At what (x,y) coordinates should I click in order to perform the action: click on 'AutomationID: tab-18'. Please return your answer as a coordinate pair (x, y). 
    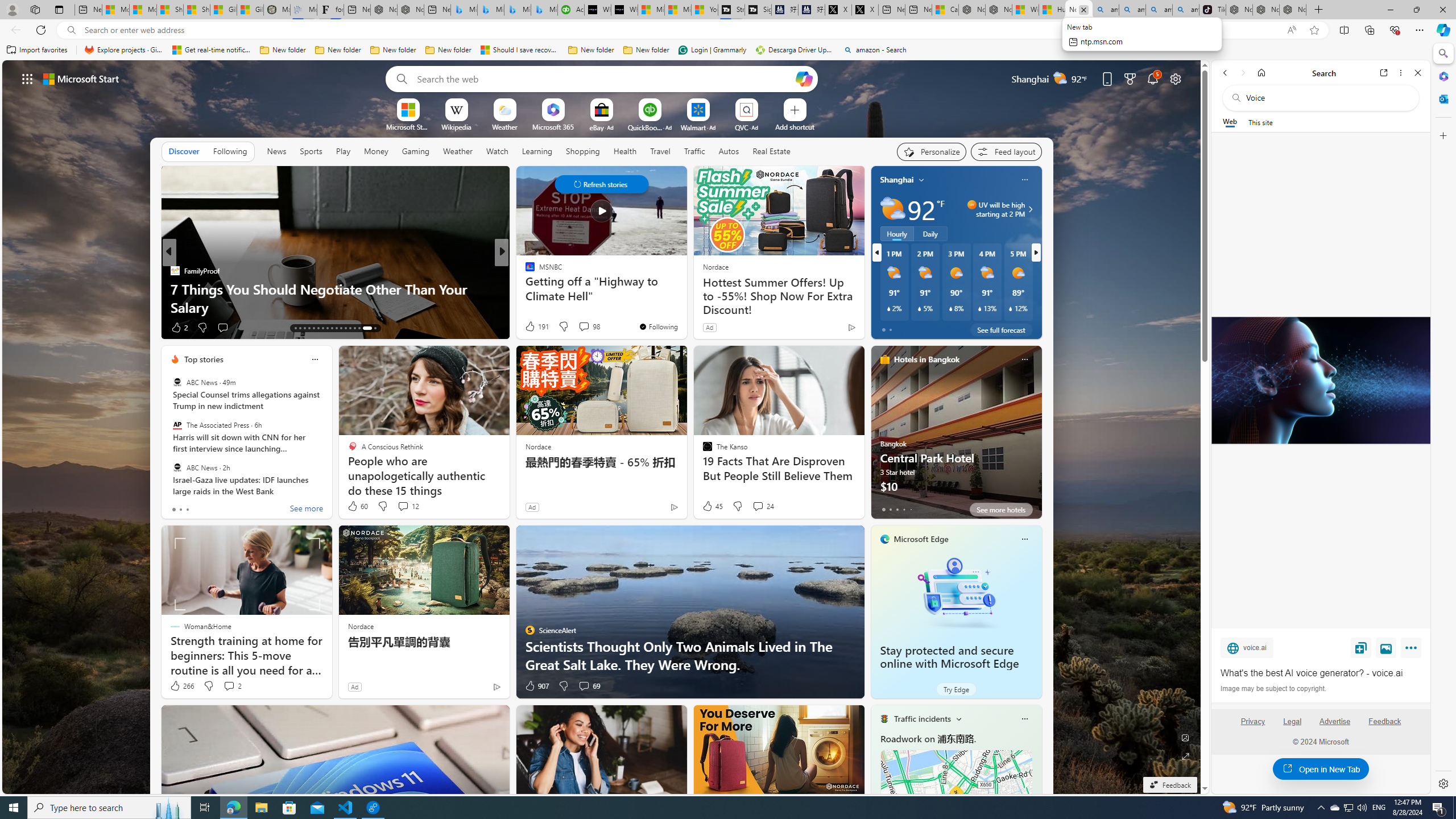
    Looking at the image, I should click on (317, 328).